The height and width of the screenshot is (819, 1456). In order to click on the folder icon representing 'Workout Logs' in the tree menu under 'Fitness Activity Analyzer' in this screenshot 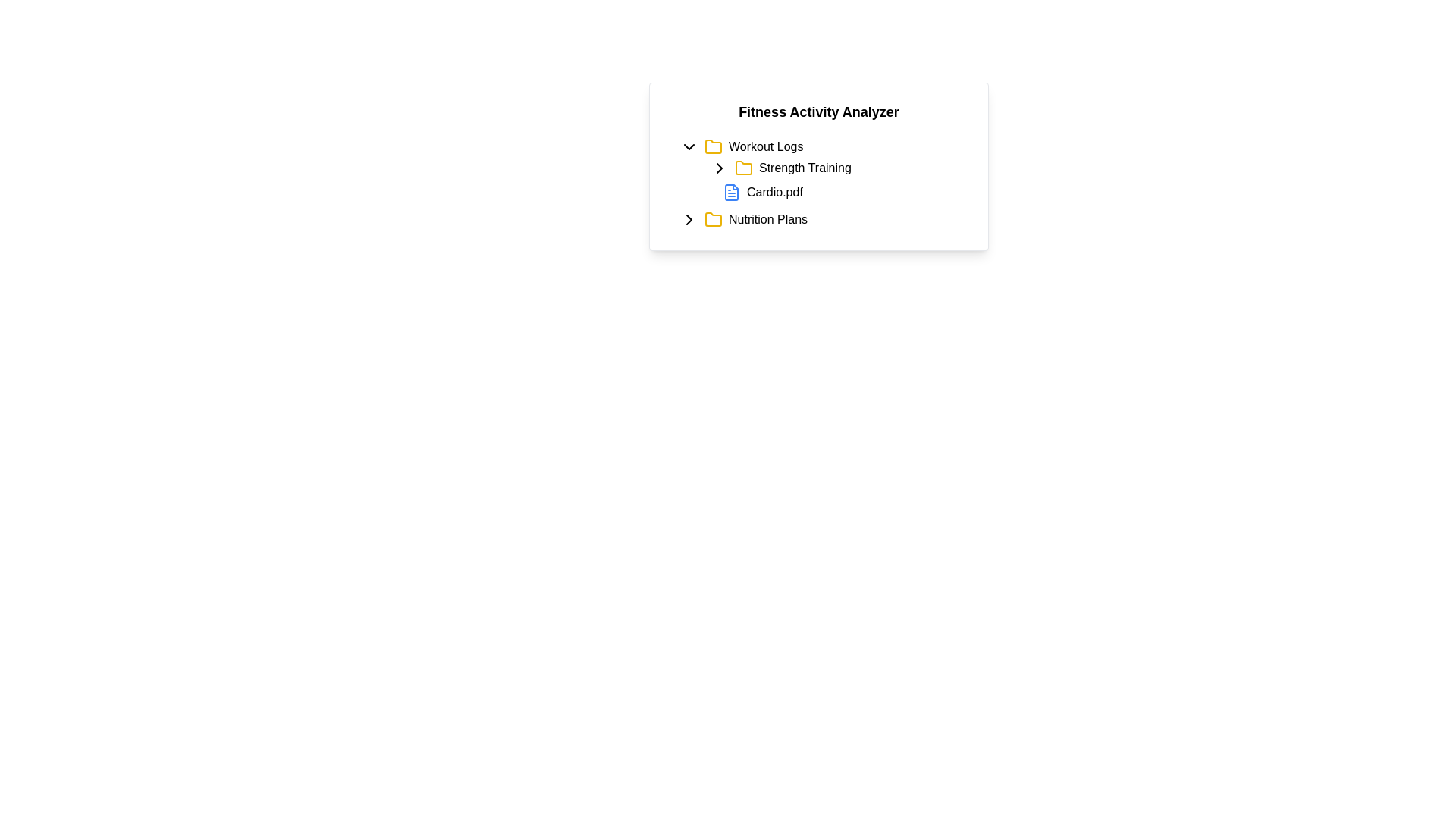, I will do `click(712, 146)`.